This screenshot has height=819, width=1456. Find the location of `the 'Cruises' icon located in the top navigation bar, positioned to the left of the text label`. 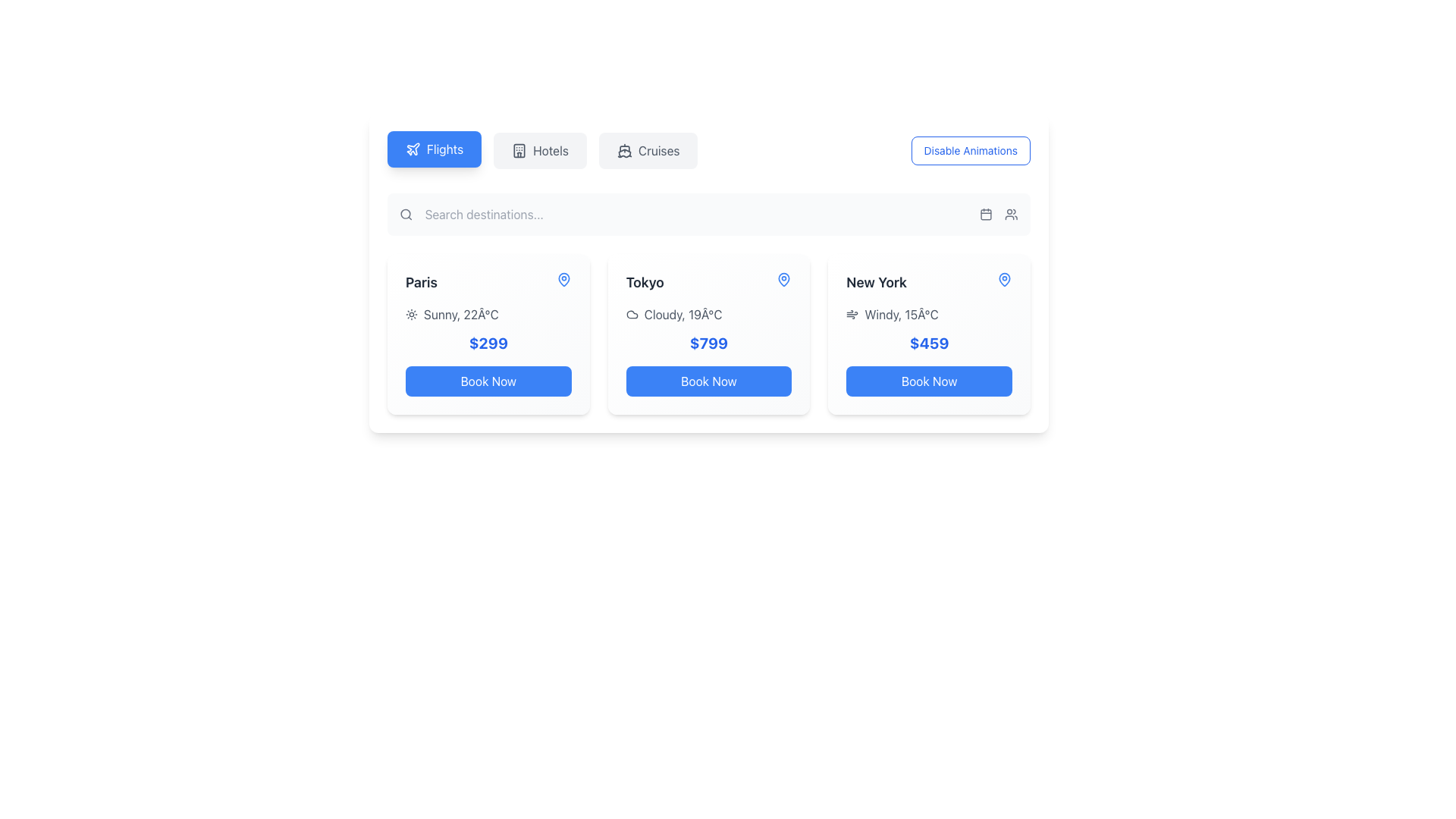

the 'Cruises' icon located in the top navigation bar, positioned to the left of the text label is located at coordinates (624, 151).